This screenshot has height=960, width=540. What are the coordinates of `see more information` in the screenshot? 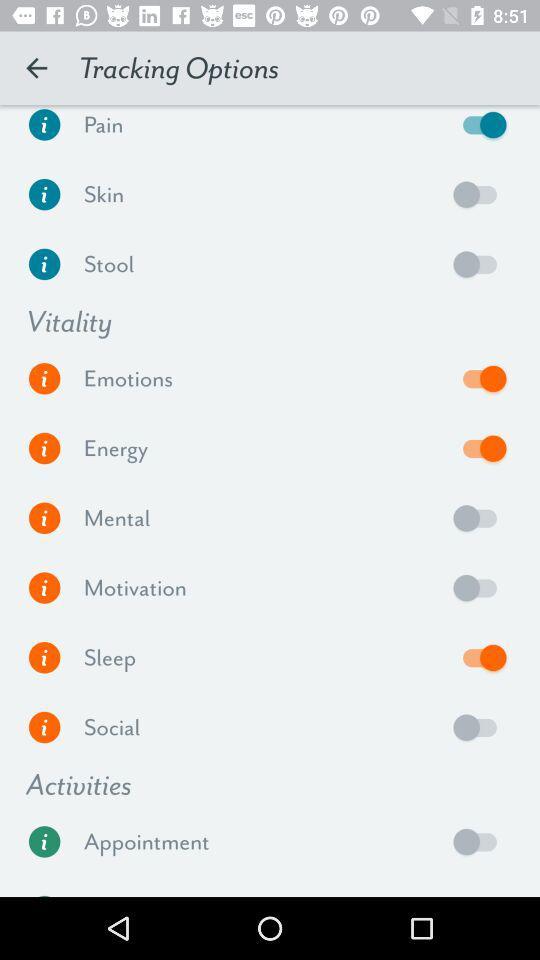 It's located at (44, 588).